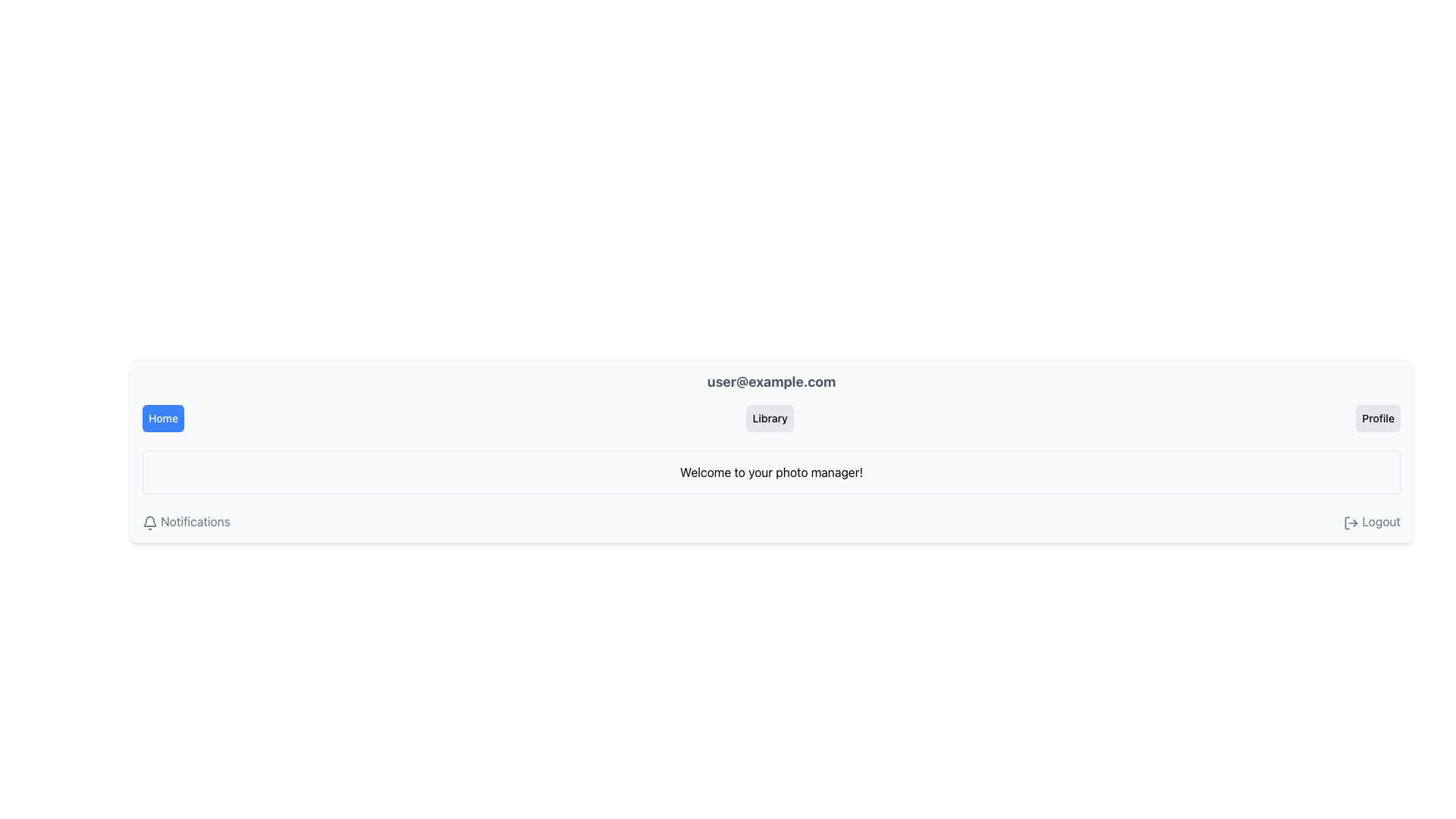  Describe the element at coordinates (185, 520) in the screenshot. I see `the 'Notifications' link with a bell icon, located on the lower-left corner of the interface, to change its color to blue` at that location.